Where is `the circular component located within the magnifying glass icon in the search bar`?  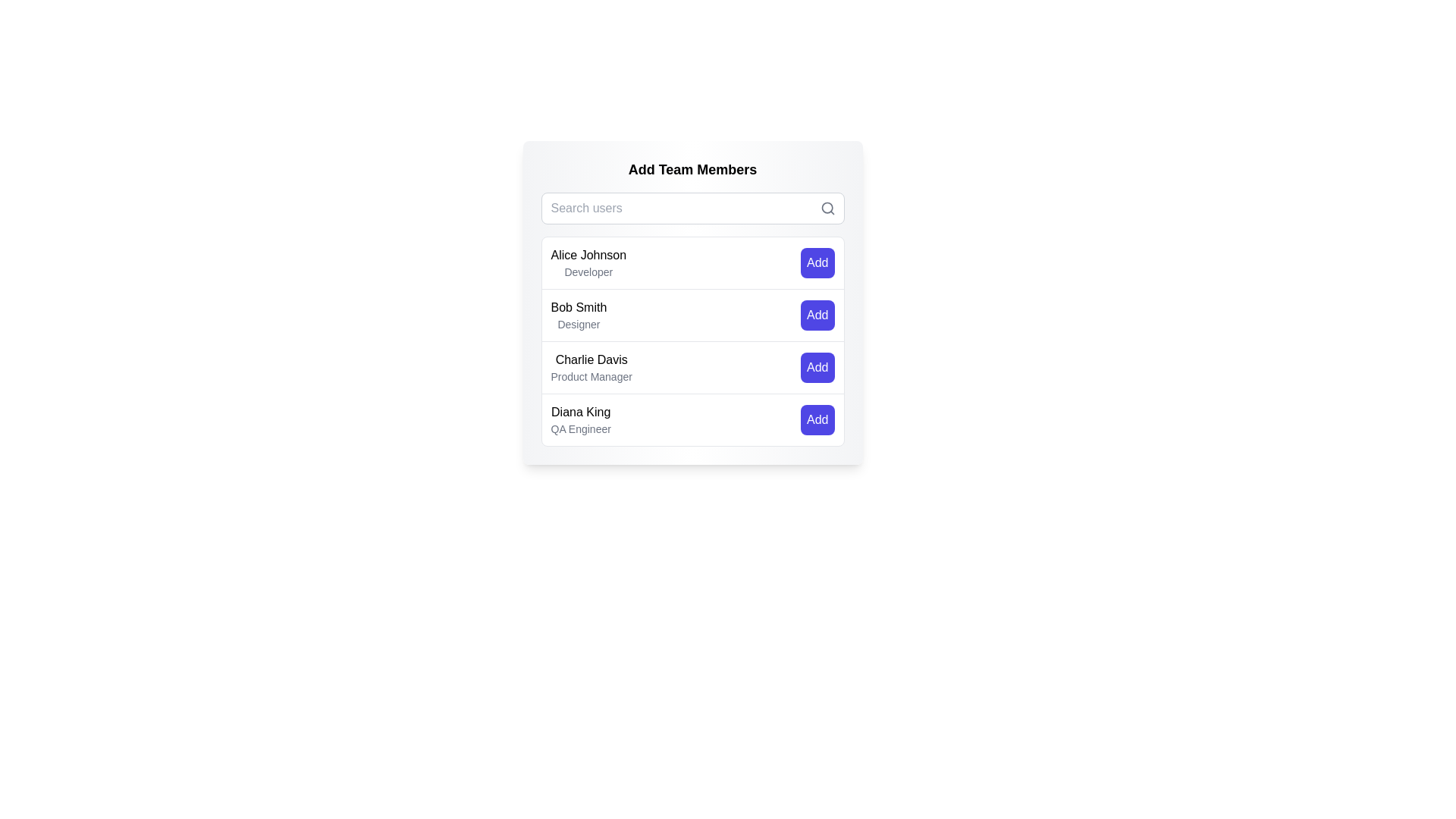
the circular component located within the magnifying glass icon in the search bar is located at coordinates (826, 208).